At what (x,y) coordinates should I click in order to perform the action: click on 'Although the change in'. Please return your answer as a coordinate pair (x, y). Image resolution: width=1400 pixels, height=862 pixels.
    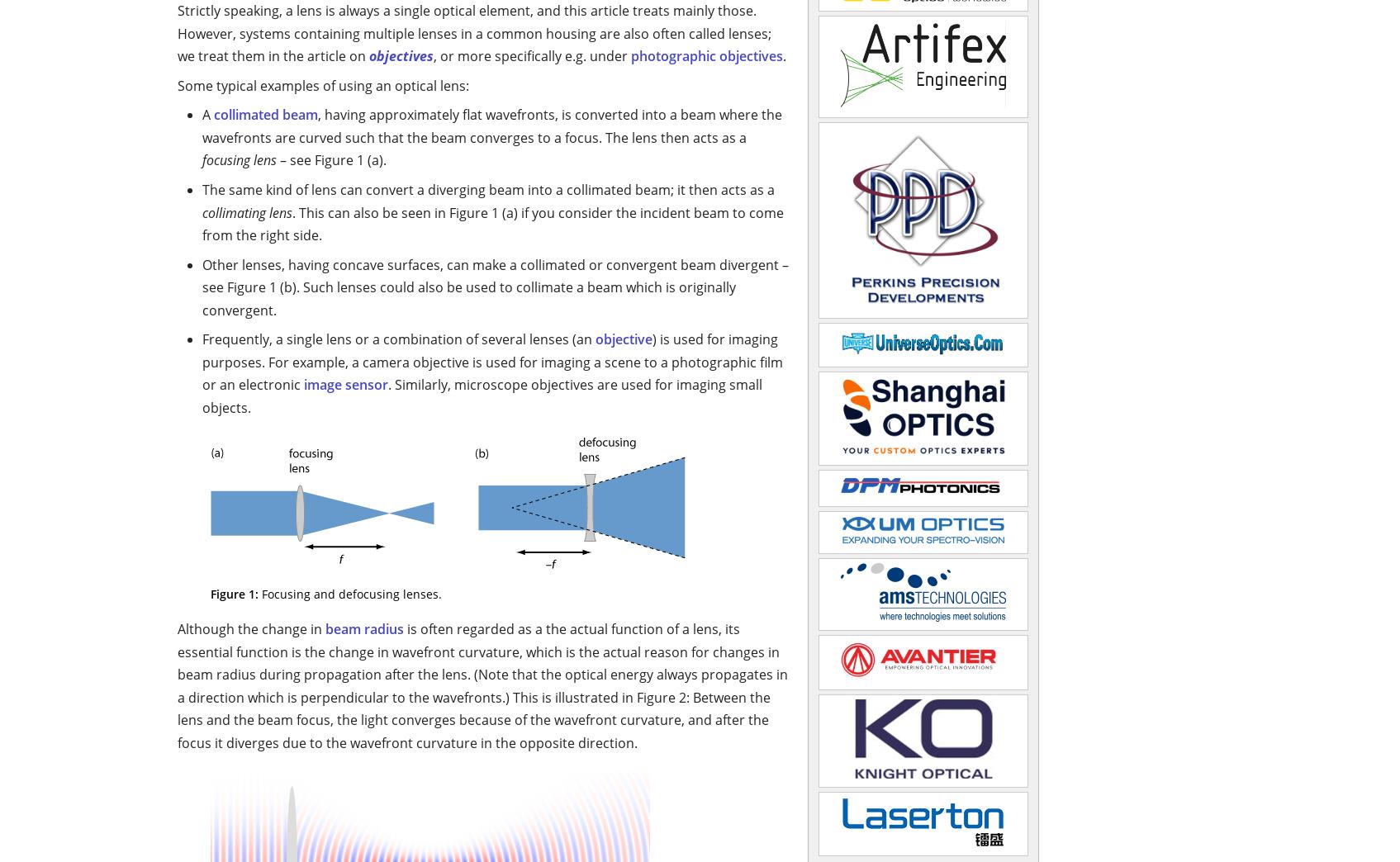
    Looking at the image, I should click on (251, 629).